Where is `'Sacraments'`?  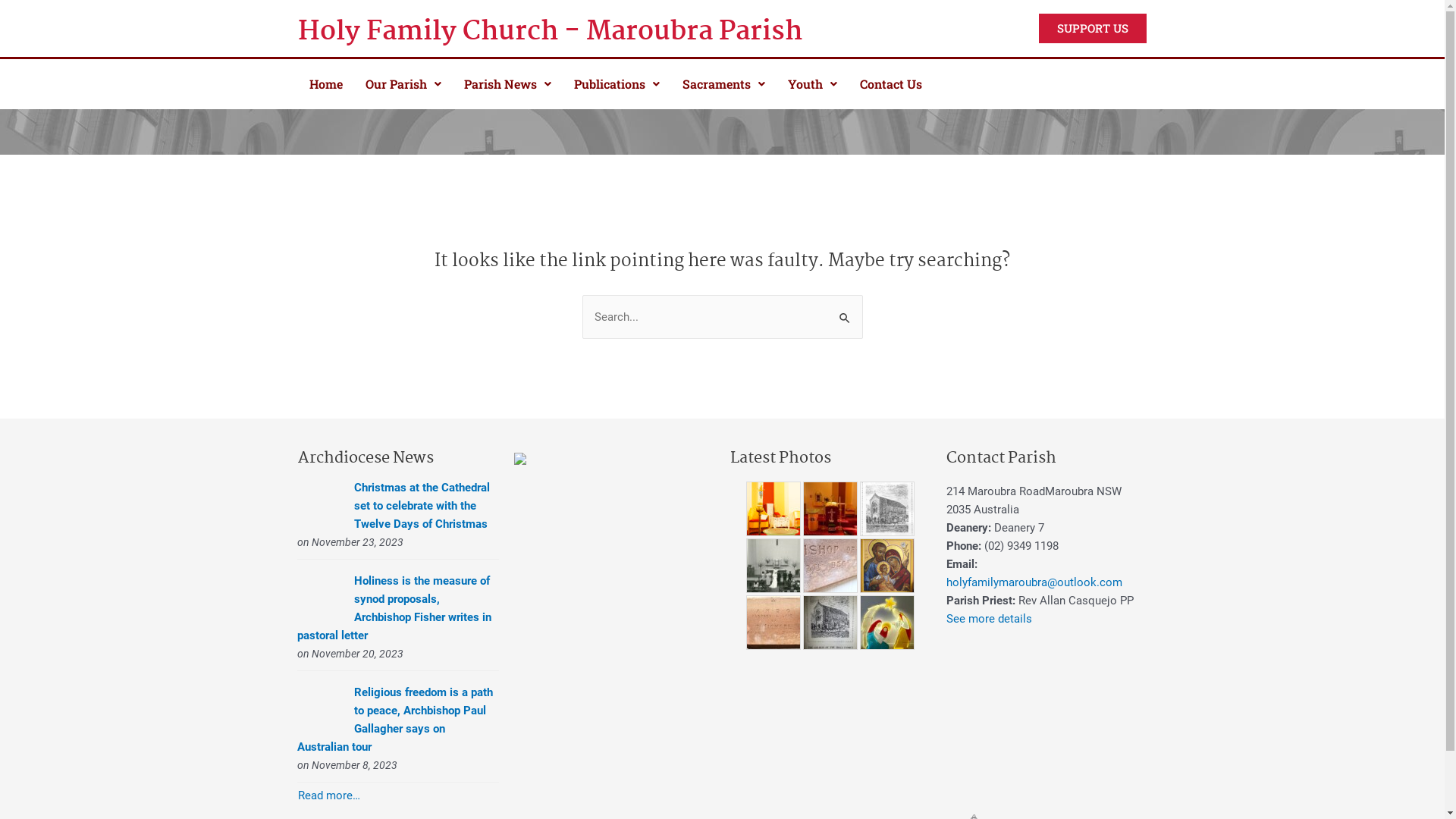
'Sacraments' is located at coordinates (722, 84).